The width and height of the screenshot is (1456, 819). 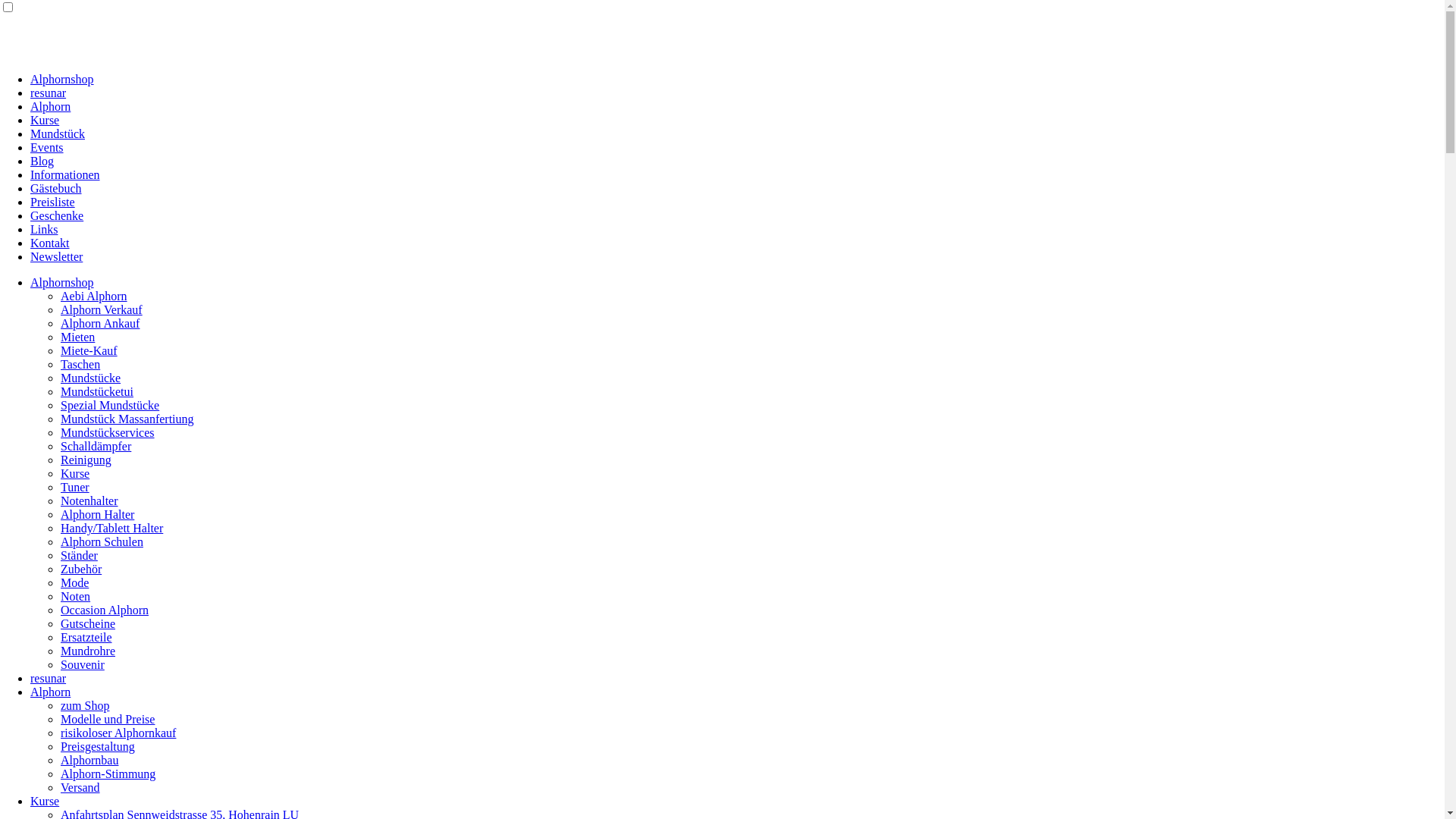 I want to click on 'Links', so click(x=43, y=229).